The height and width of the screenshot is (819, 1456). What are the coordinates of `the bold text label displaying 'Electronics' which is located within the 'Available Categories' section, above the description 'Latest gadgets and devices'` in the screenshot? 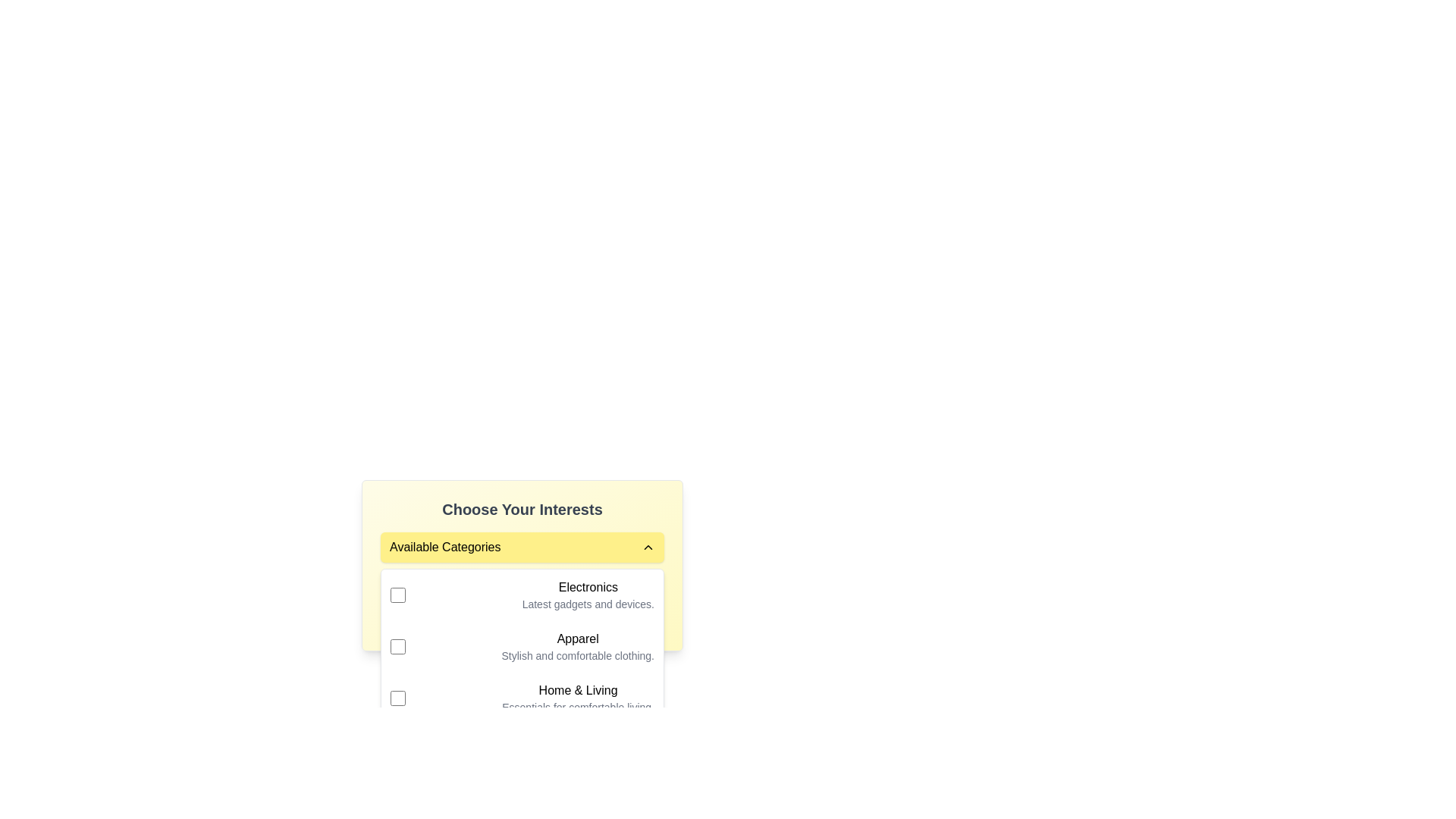 It's located at (587, 587).